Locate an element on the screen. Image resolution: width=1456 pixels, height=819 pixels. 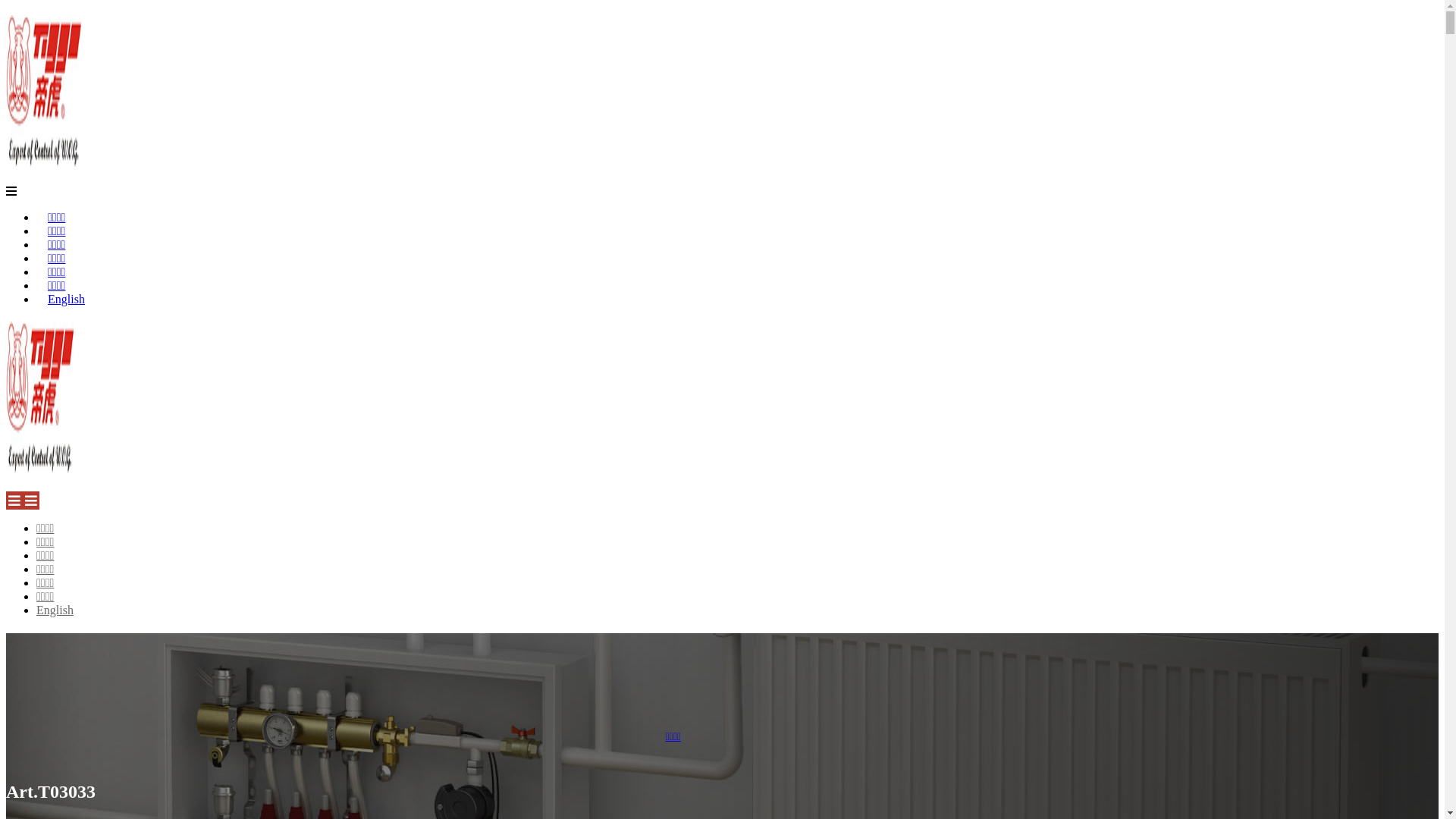
'English' is located at coordinates (65, 299).